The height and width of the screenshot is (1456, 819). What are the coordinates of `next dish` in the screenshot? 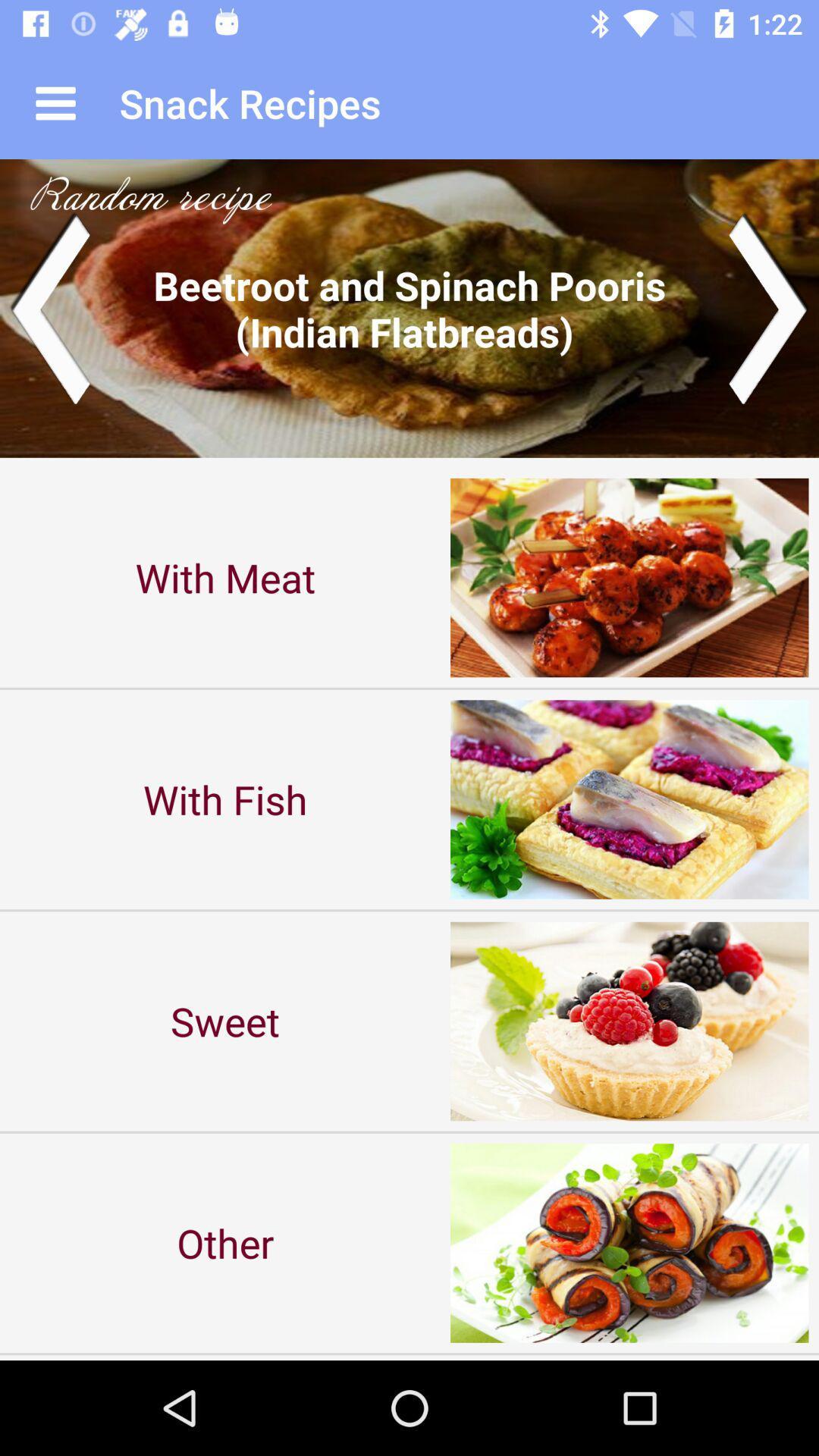 It's located at (409, 307).